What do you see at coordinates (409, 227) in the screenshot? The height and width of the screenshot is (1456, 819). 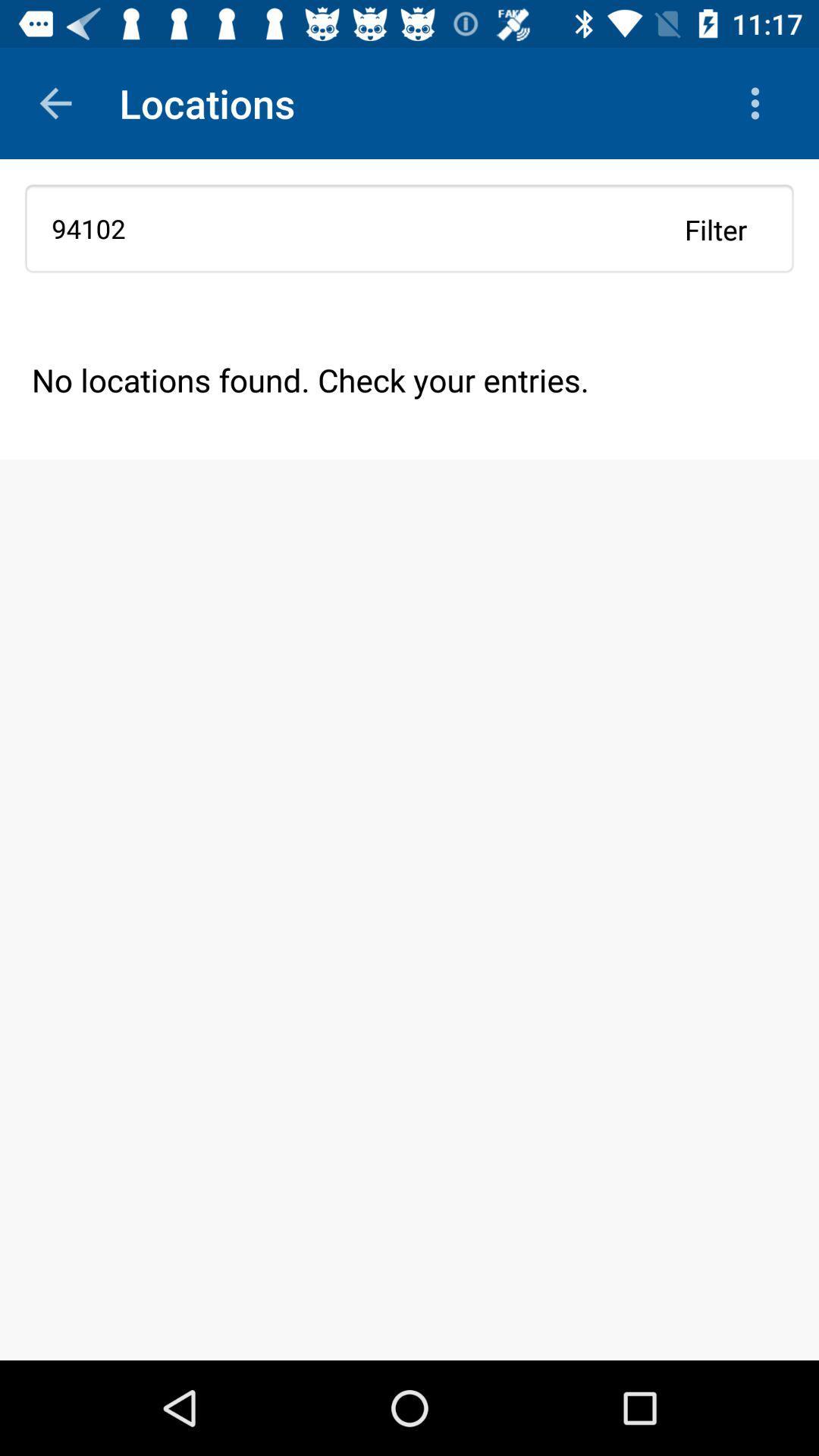 I see `the icon above no locations found item` at bounding box center [409, 227].